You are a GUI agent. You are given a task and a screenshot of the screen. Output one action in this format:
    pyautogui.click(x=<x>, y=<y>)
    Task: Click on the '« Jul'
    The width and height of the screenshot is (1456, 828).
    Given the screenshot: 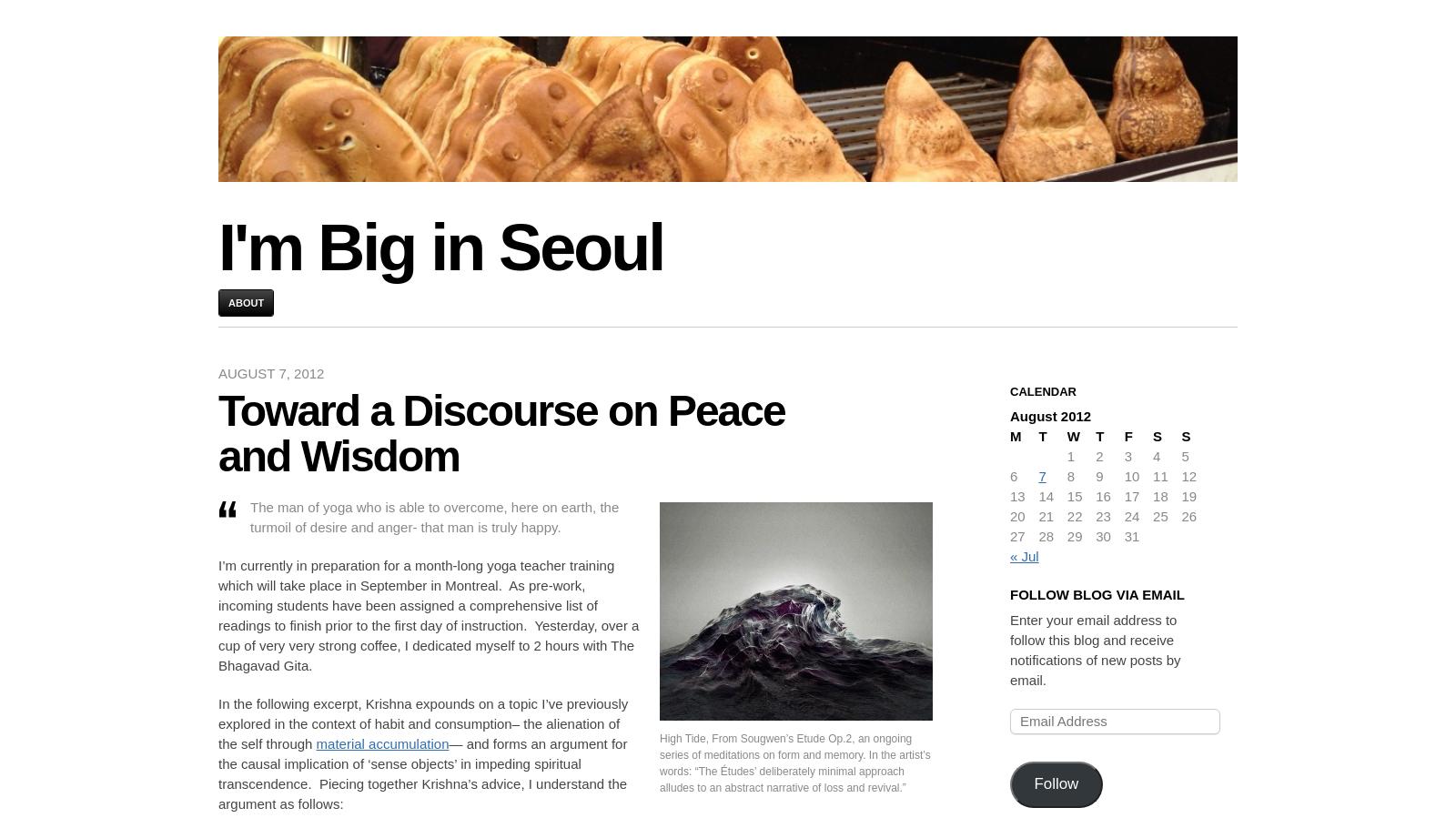 What is the action you would take?
    pyautogui.click(x=1024, y=555)
    